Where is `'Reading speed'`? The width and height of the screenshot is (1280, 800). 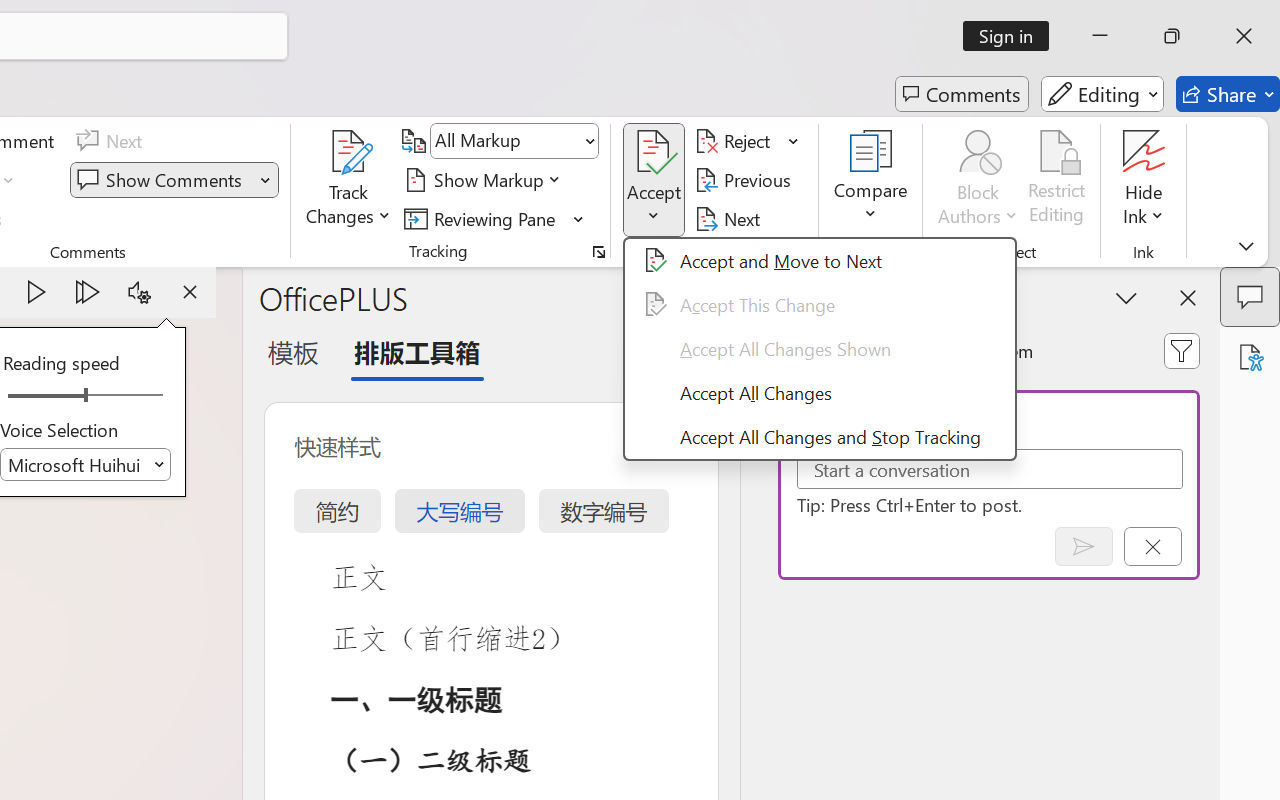
'Reading speed' is located at coordinates (84, 395).